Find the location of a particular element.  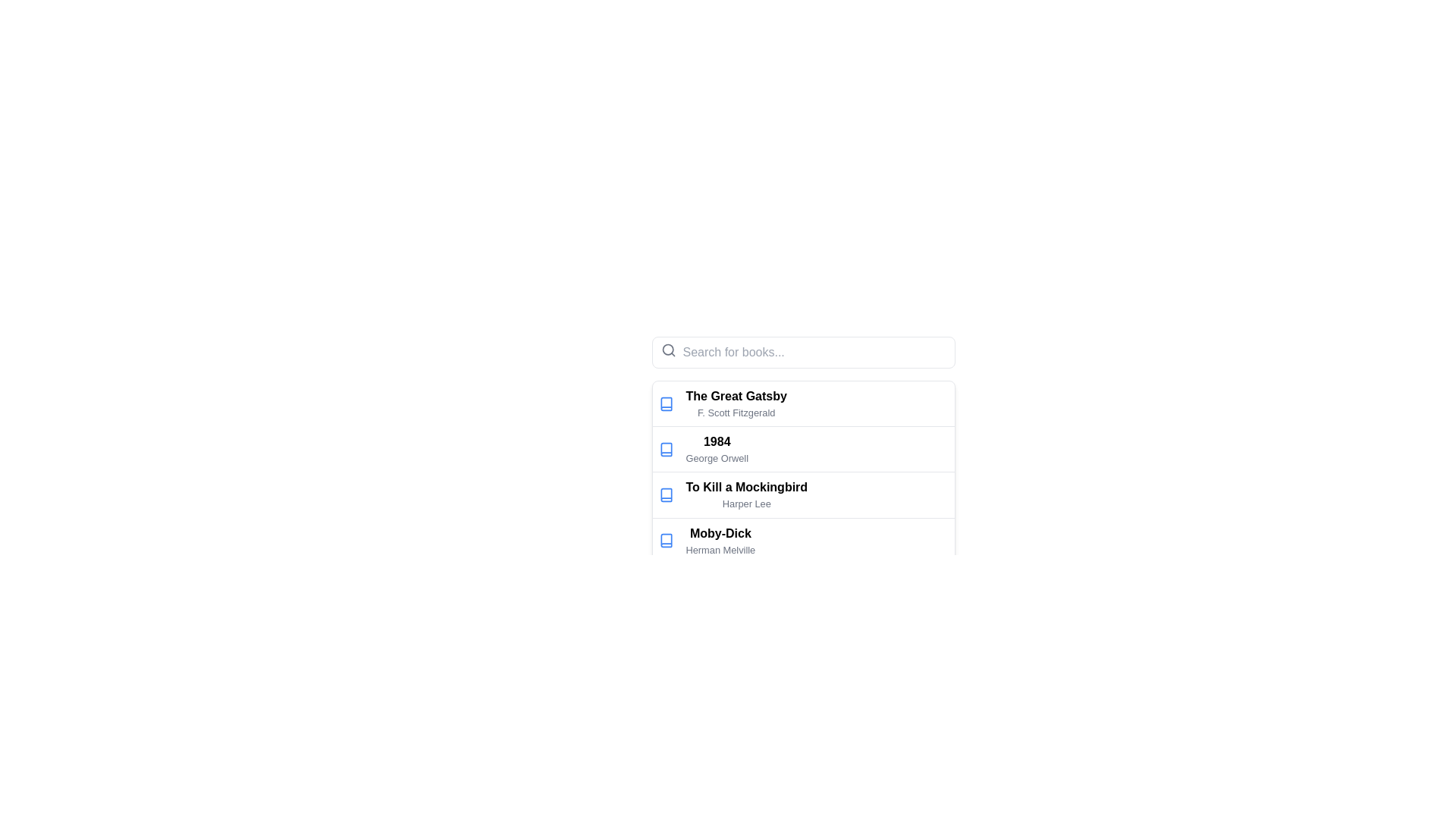

the text label displaying 'George Orwell', which is located below the '1984' label in the list of items is located at coordinates (716, 457).